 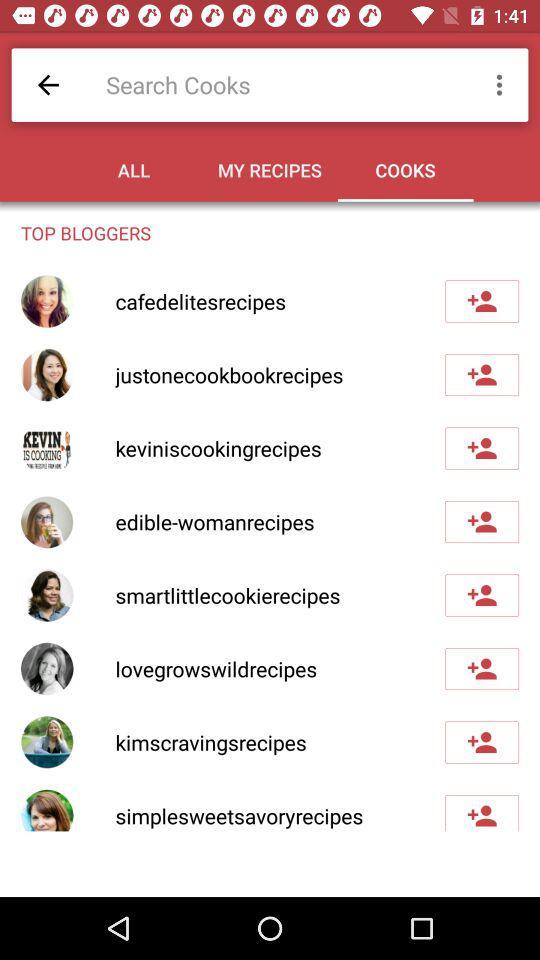 I want to click on follow cook, so click(x=481, y=813).